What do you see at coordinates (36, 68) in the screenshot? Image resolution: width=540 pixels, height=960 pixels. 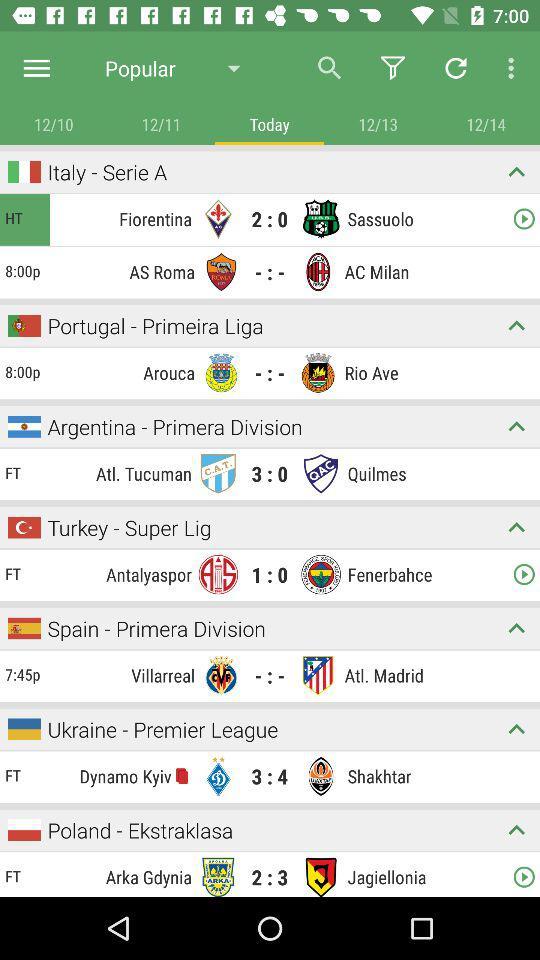 I see `menu` at bounding box center [36, 68].